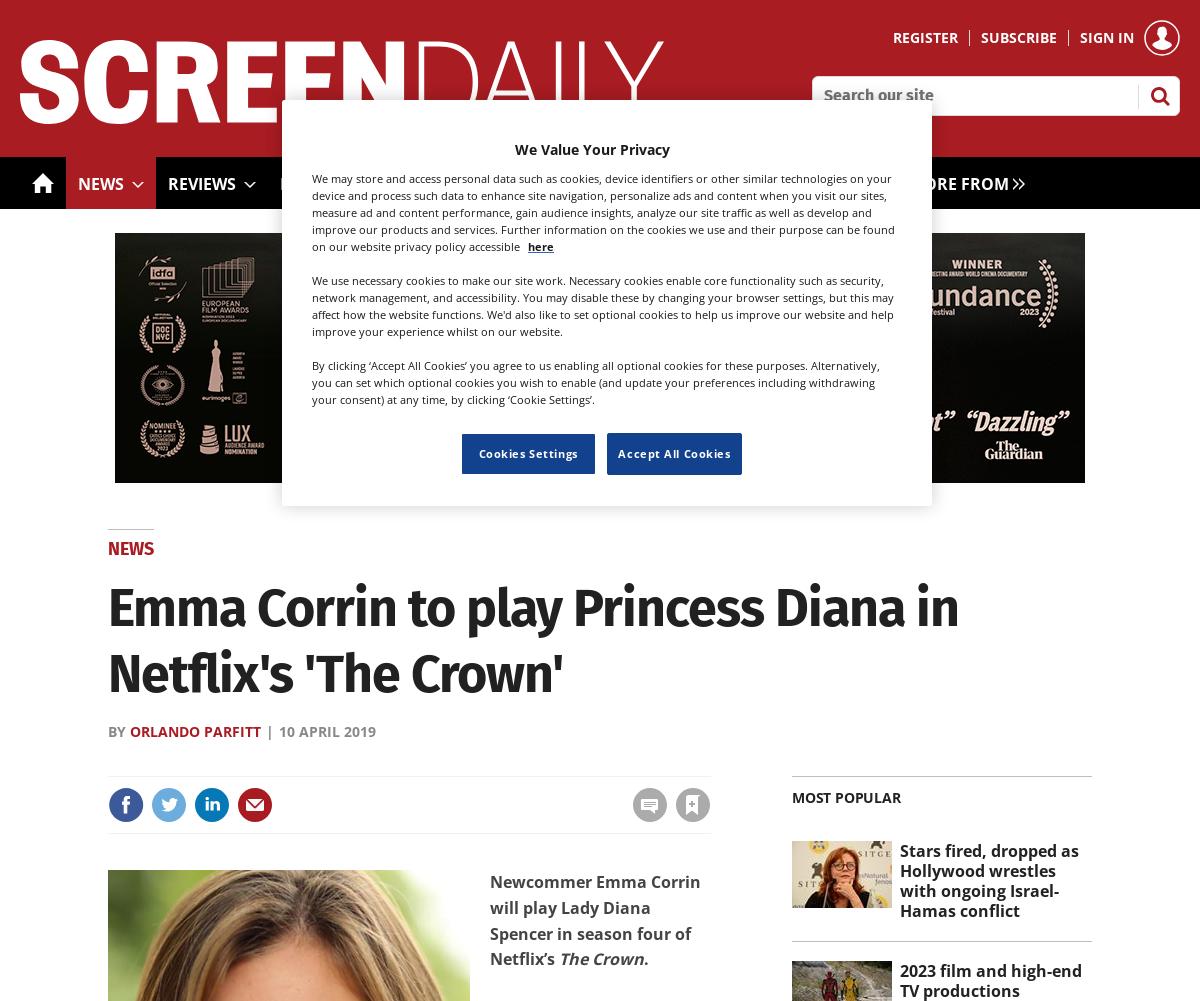  Describe the element at coordinates (432, 762) in the screenshot. I see `'Sign in'` at that location.